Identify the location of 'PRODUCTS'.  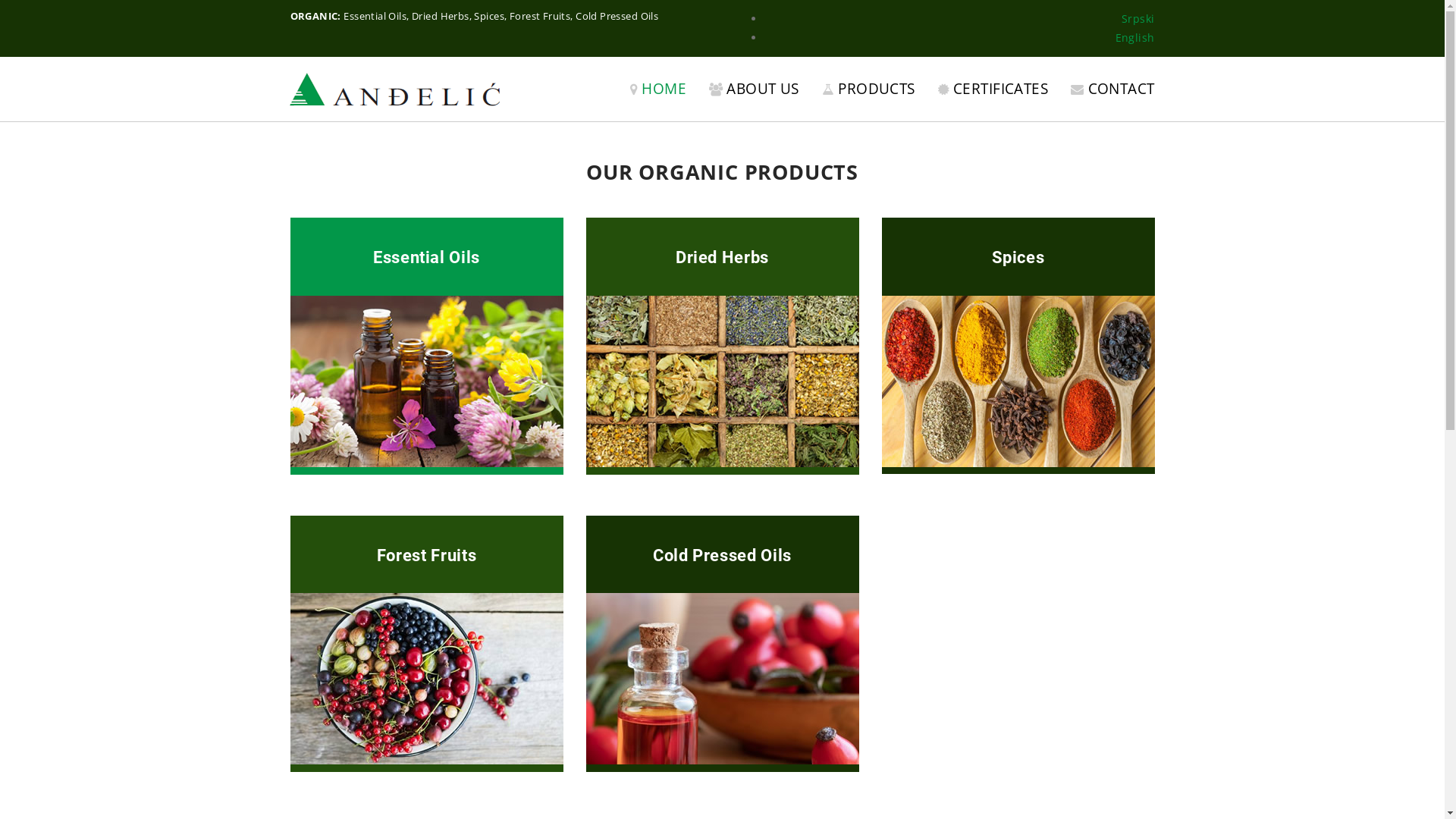
(868, 89).